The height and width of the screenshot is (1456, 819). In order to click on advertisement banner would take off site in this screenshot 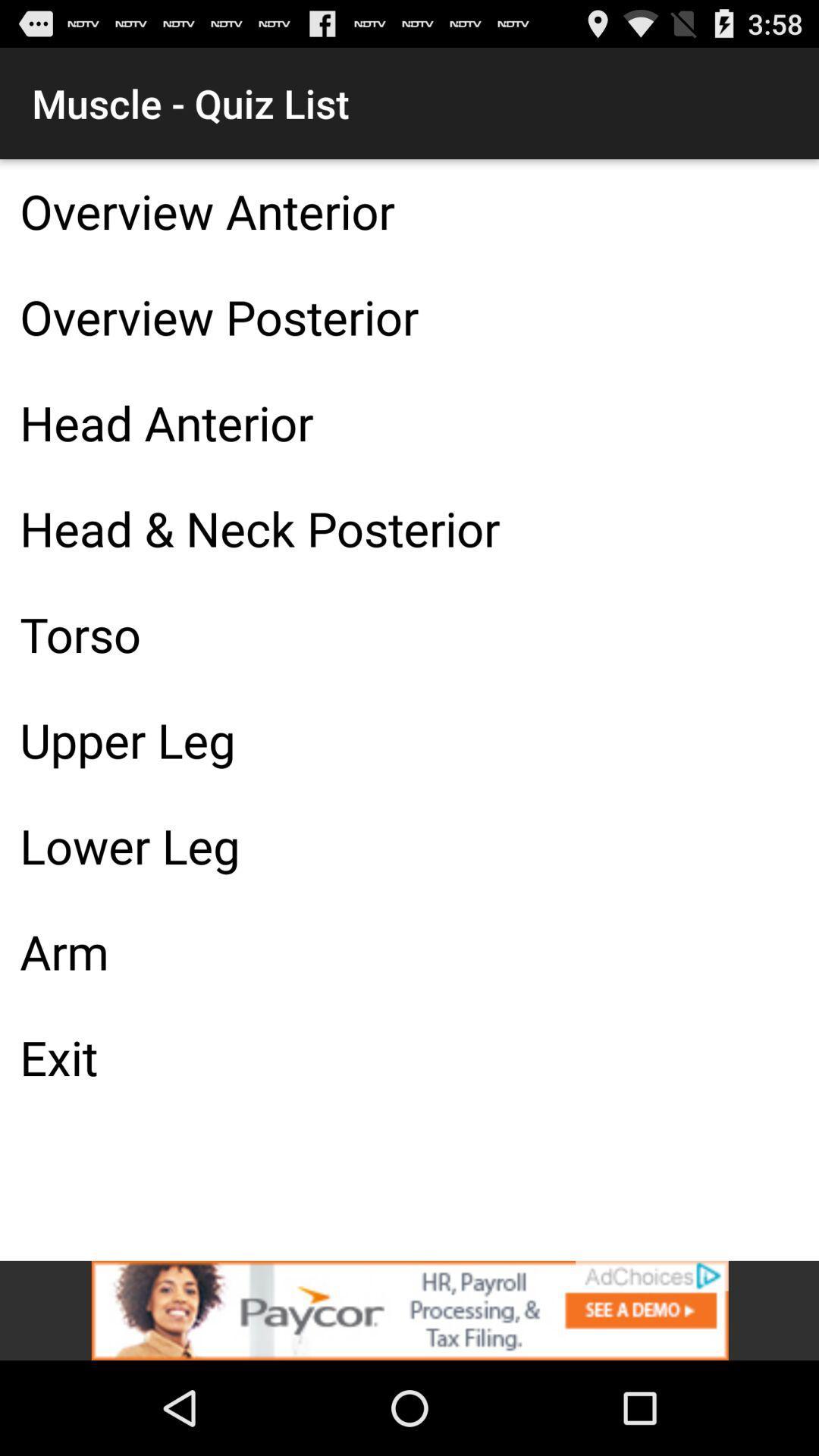, I will do `click(409, 1310)`.